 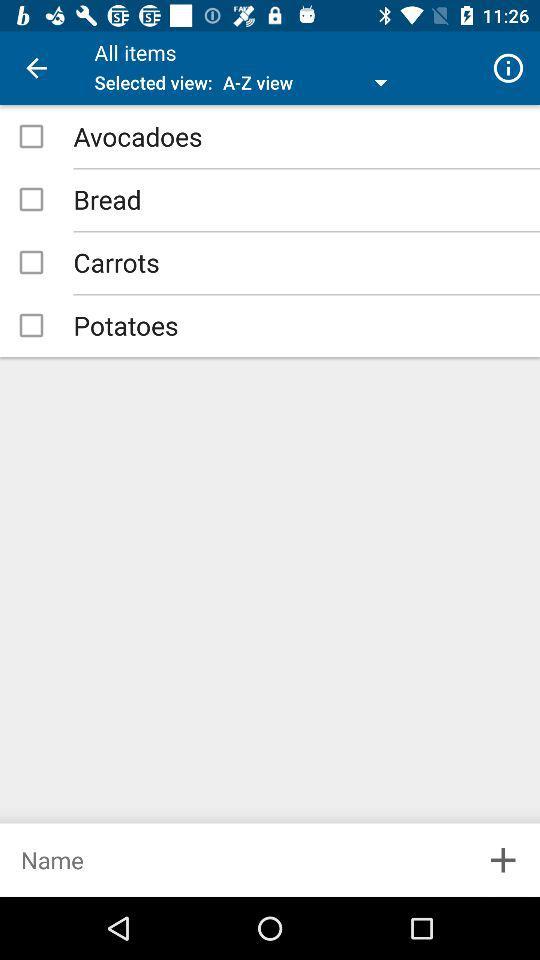 I want to click on new list item name, so click(x=232, y=859).